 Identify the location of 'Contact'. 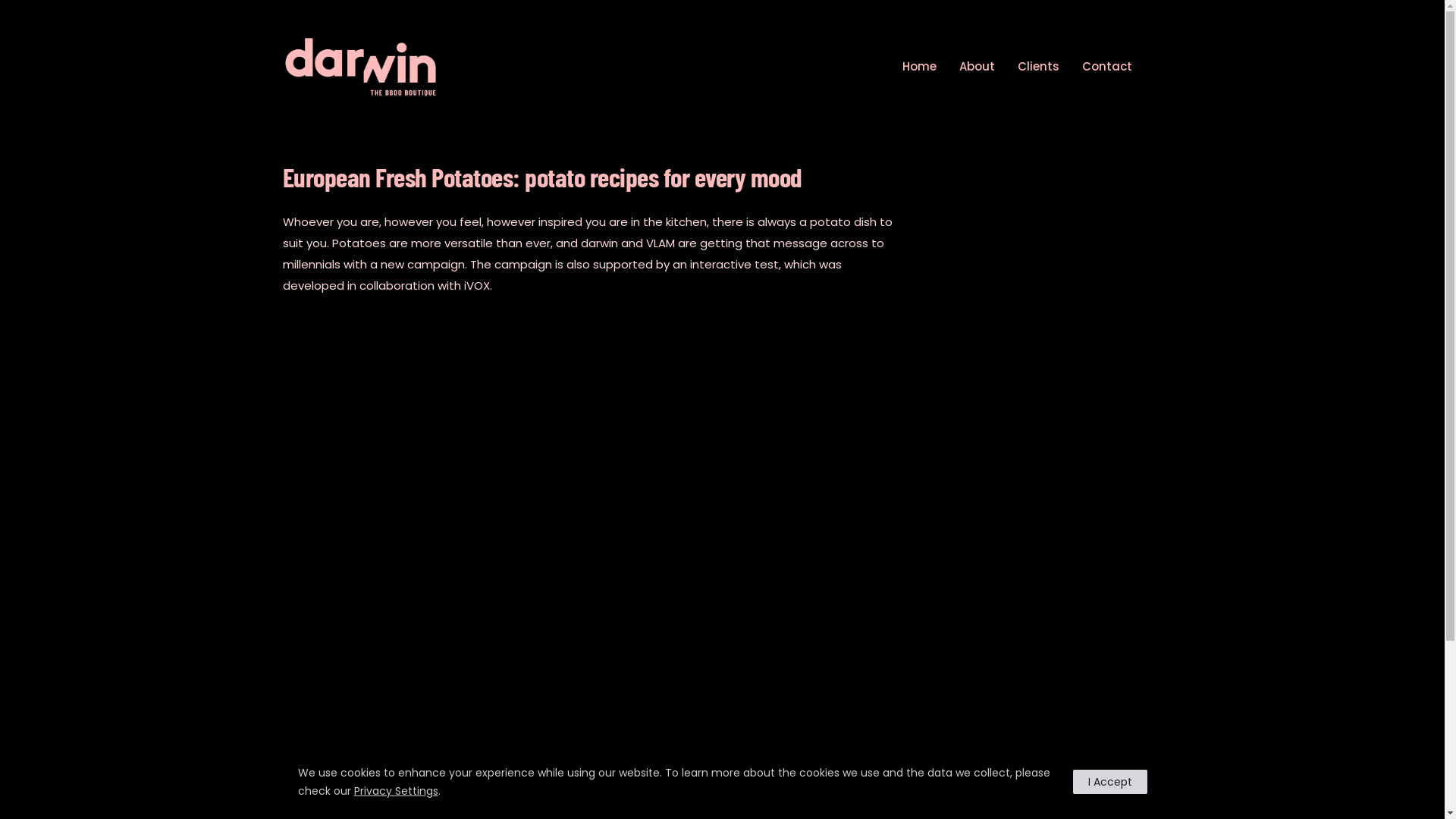
(1073, 65).